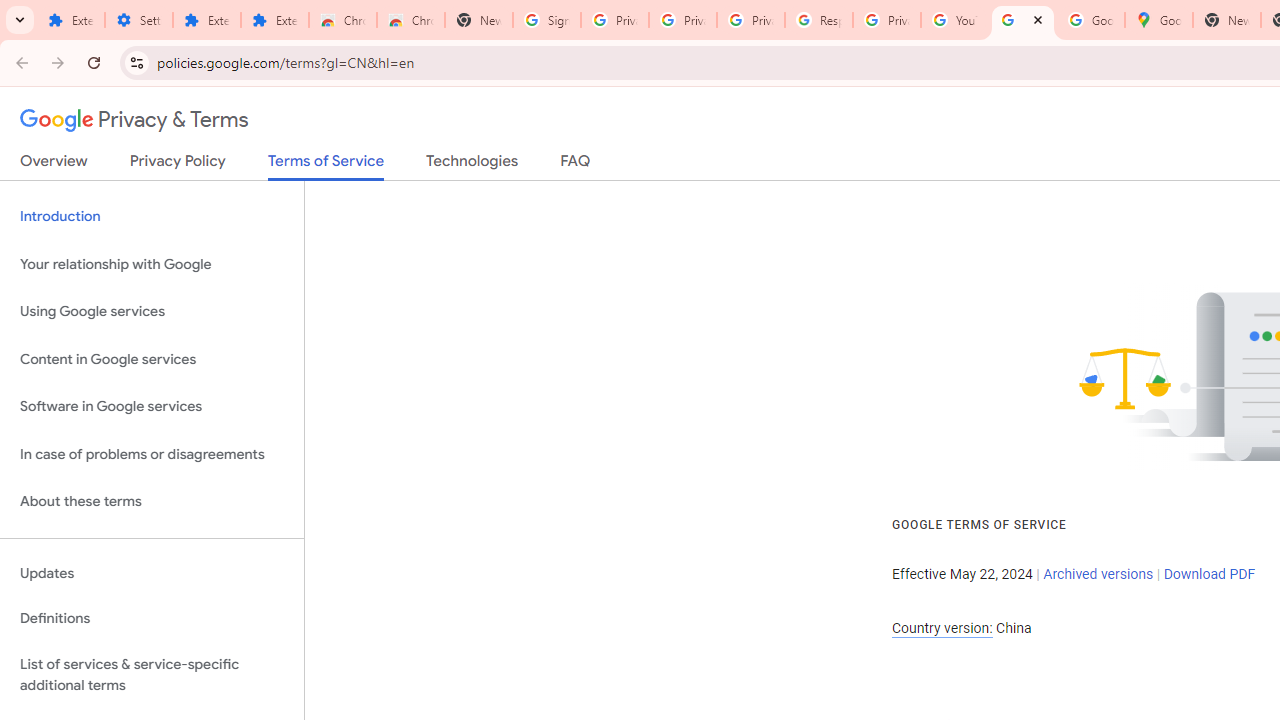  What do you see at coordinates (151, 501) in the screenshot?
I see `'About these terms'` at bounding box center [151, 501].